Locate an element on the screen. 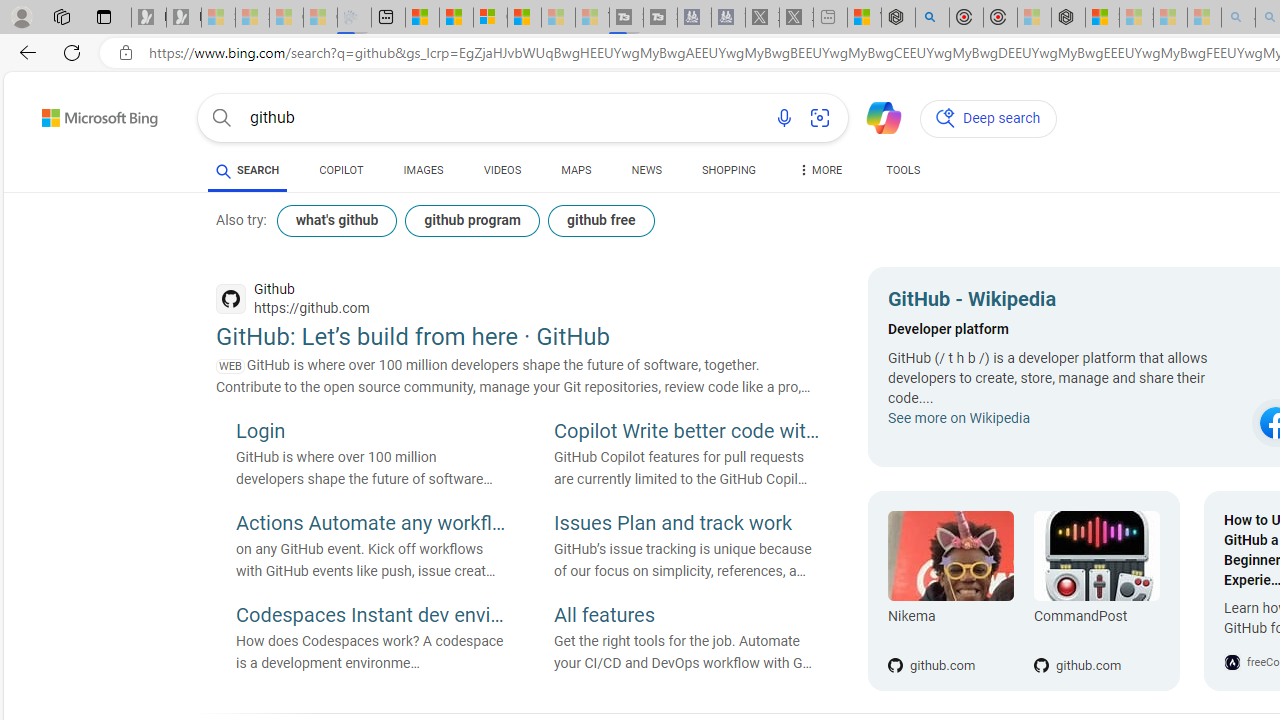 The image size is (1280, 720). 'Streaming Coverage | T3 - Sleeping' is located at coordinates (625, 17).